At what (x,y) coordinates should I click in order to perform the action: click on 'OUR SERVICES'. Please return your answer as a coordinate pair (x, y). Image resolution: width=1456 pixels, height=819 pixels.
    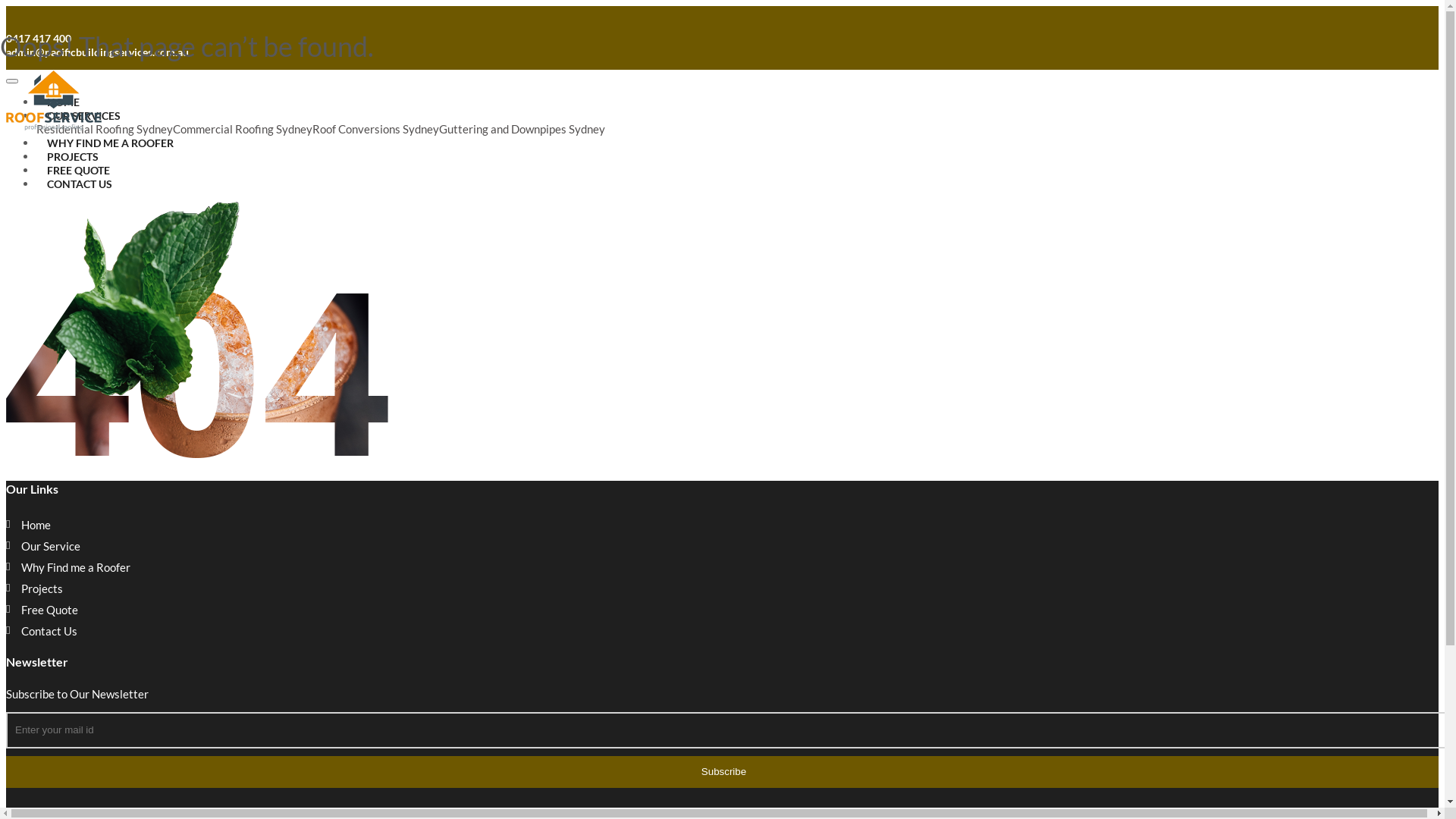
    Looking at the image, I should click on (83, 115).